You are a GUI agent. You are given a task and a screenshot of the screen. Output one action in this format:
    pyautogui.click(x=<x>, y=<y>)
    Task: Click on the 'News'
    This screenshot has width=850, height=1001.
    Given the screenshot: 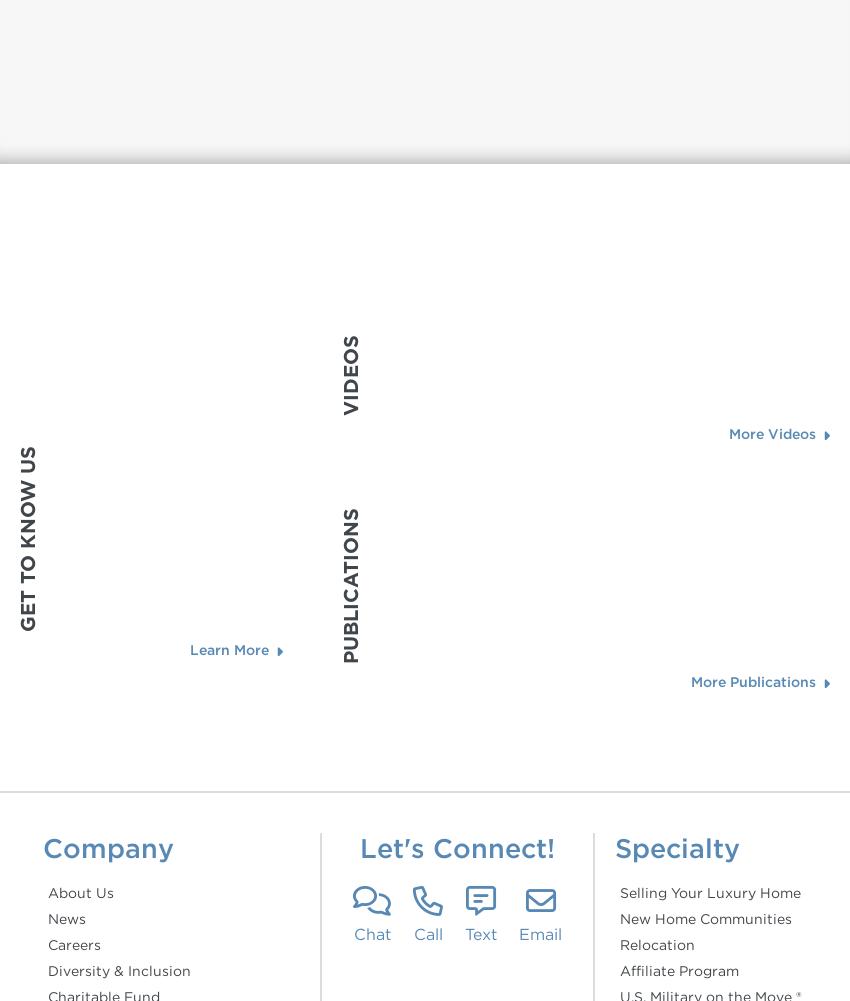 What is the action you would take?
    pyautogui.click(x=66, y=918)
    